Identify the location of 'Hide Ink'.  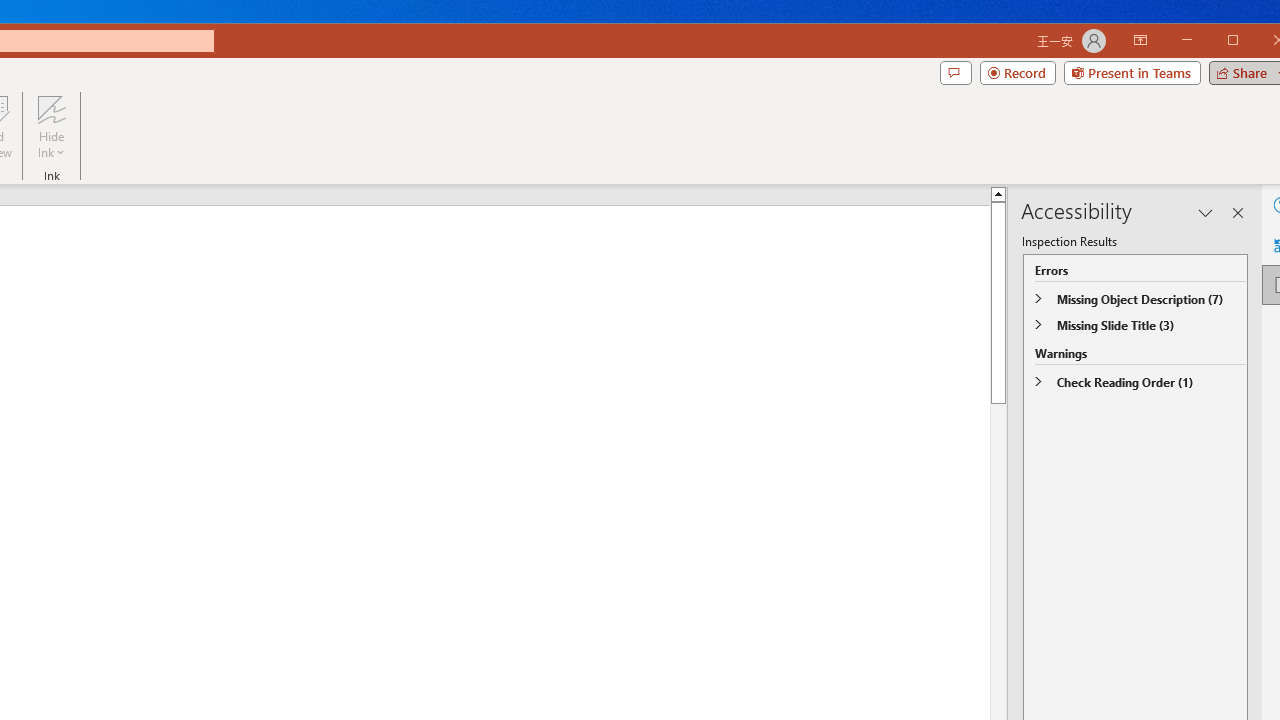
(51, 109).